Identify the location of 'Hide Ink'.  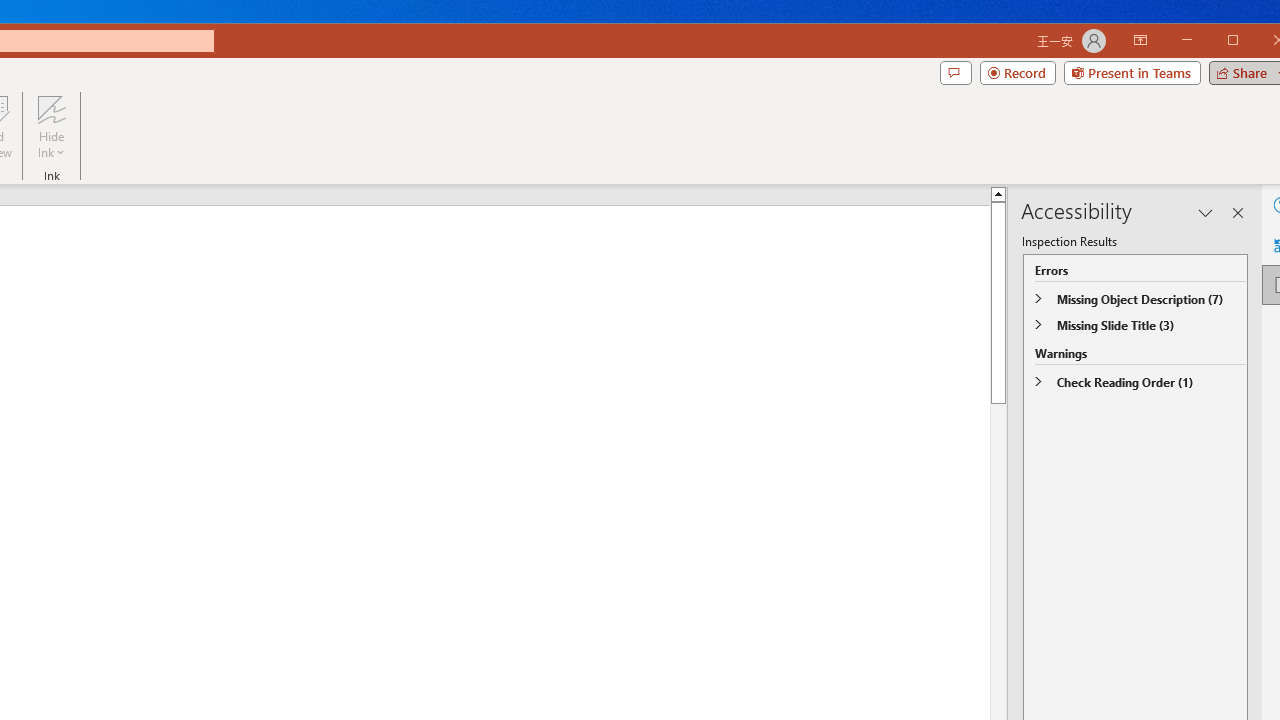
(51, 109).